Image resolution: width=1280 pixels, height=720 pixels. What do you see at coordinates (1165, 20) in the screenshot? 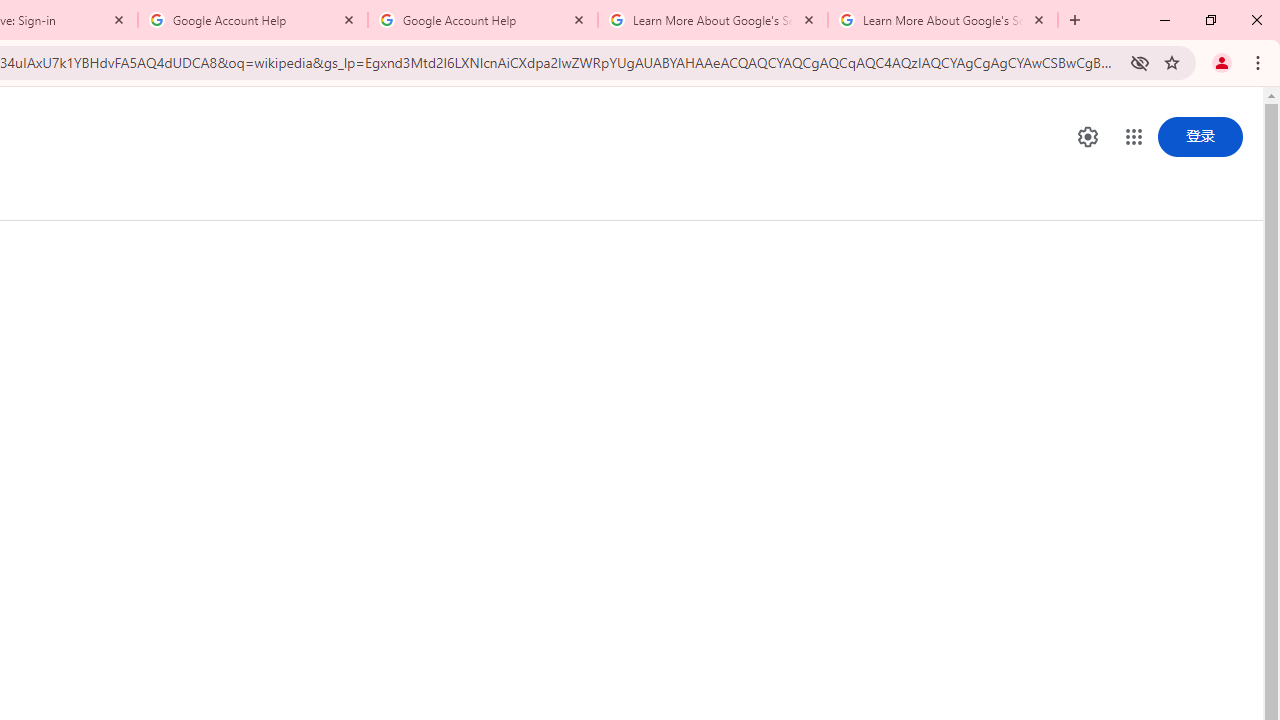
I see `'Minimize'` at bounding box center [1165, 20].